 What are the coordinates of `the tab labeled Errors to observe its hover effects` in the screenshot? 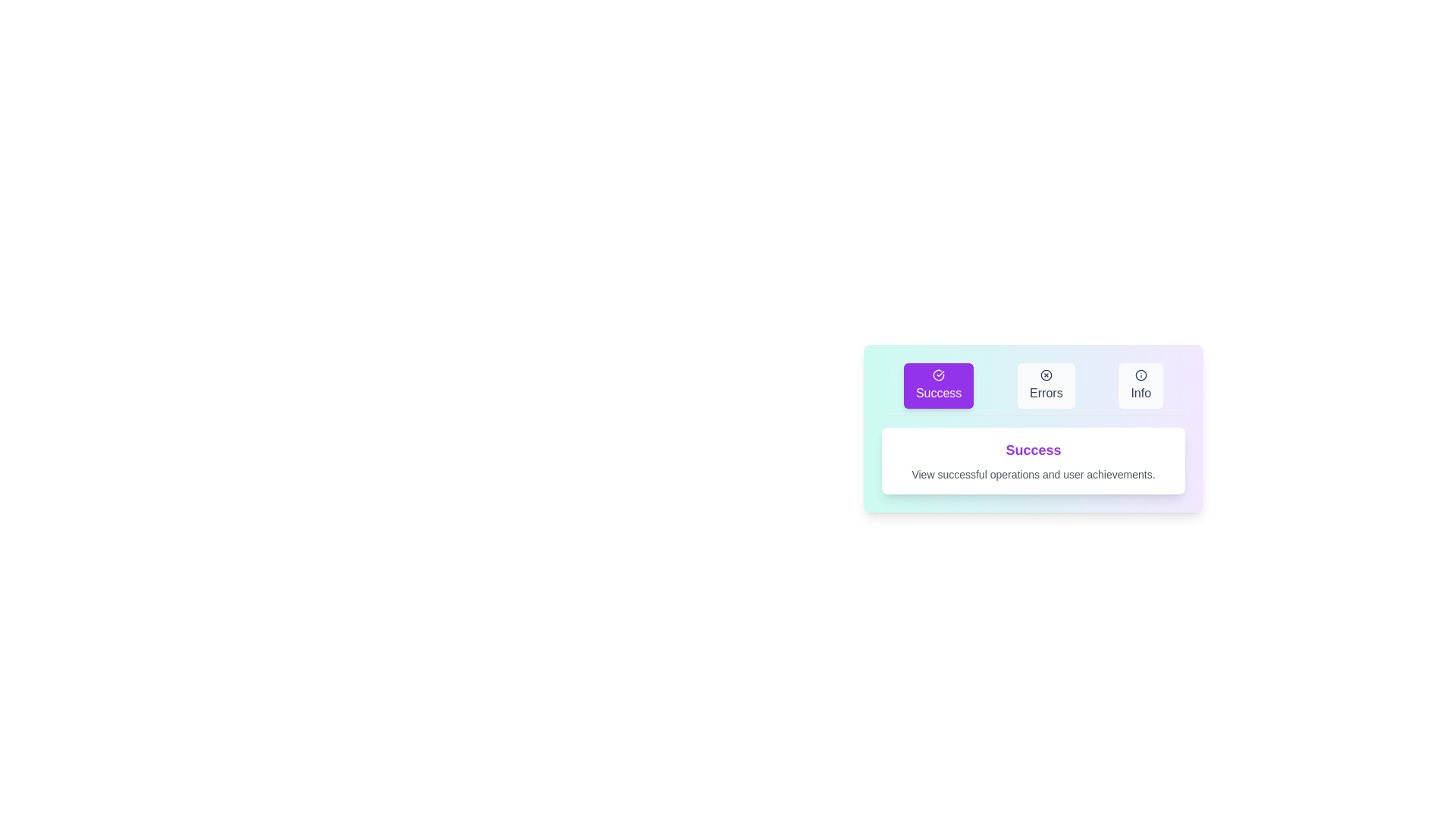 It's located at (1044, 385).